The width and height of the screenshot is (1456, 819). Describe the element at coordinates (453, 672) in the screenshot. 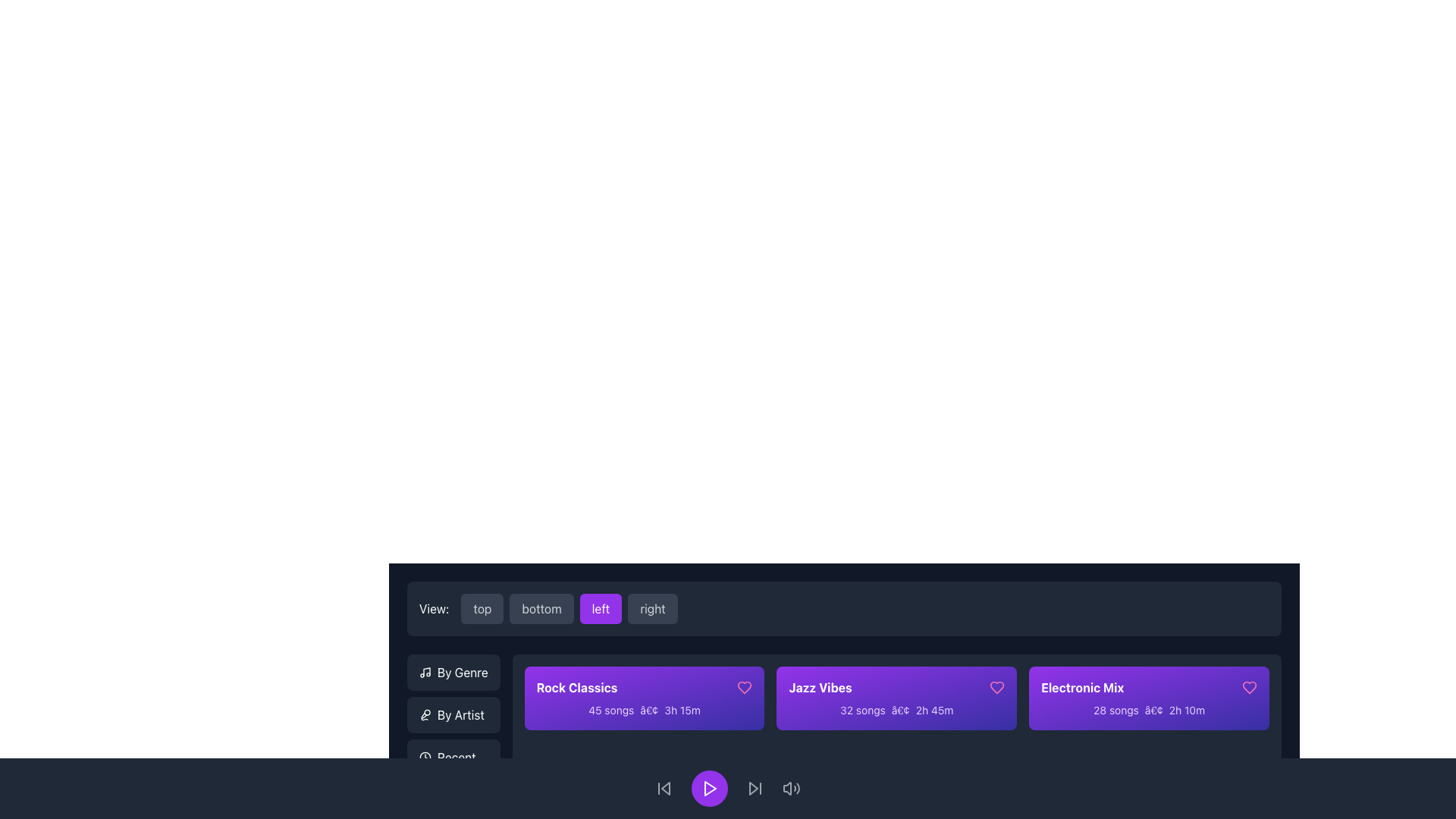

I see `the 'By Genre' button located at the top of a vertical list of three buttons` at that location.